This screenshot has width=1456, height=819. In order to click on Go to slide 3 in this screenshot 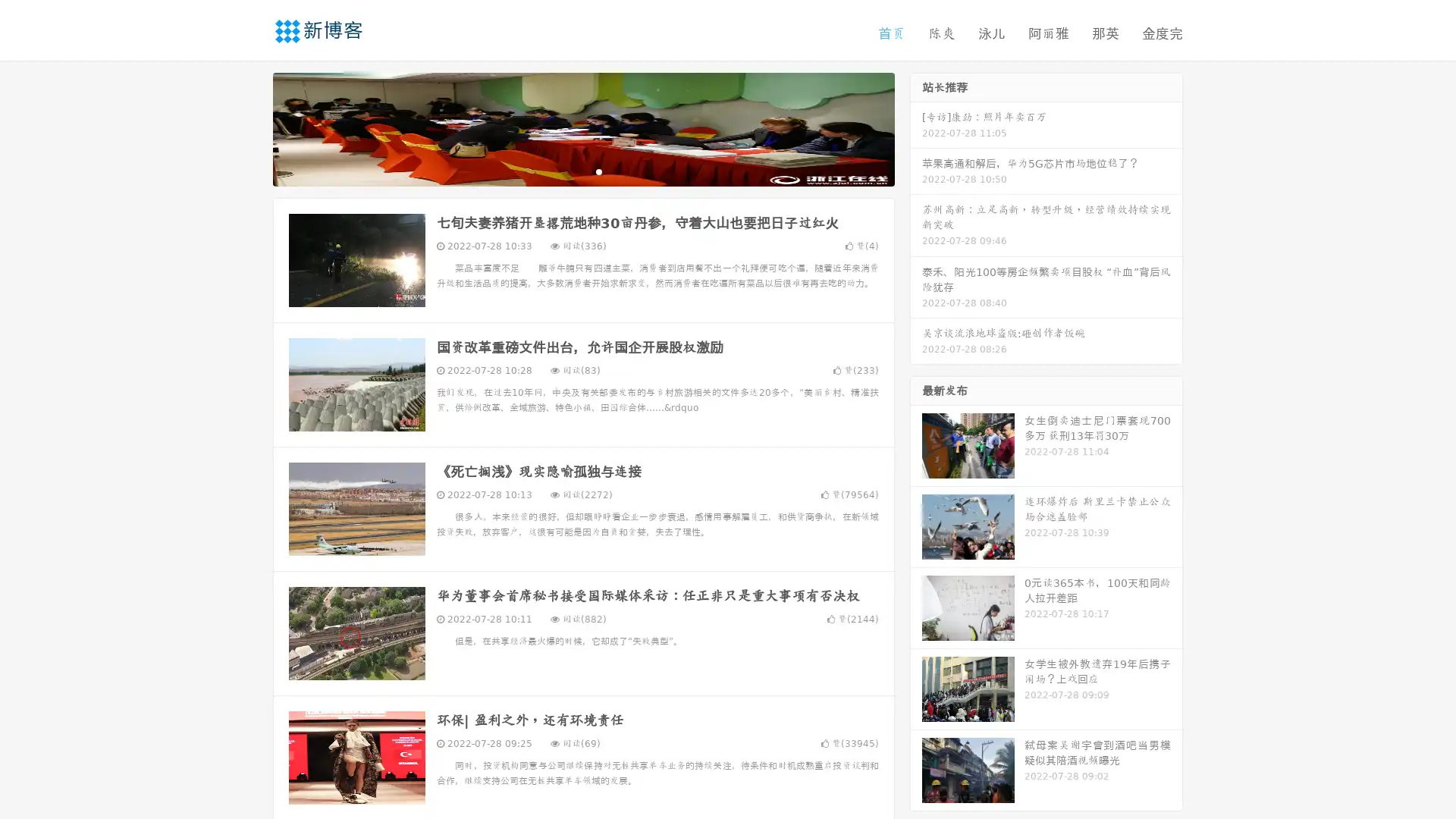, I will do `click(598, 171)`.